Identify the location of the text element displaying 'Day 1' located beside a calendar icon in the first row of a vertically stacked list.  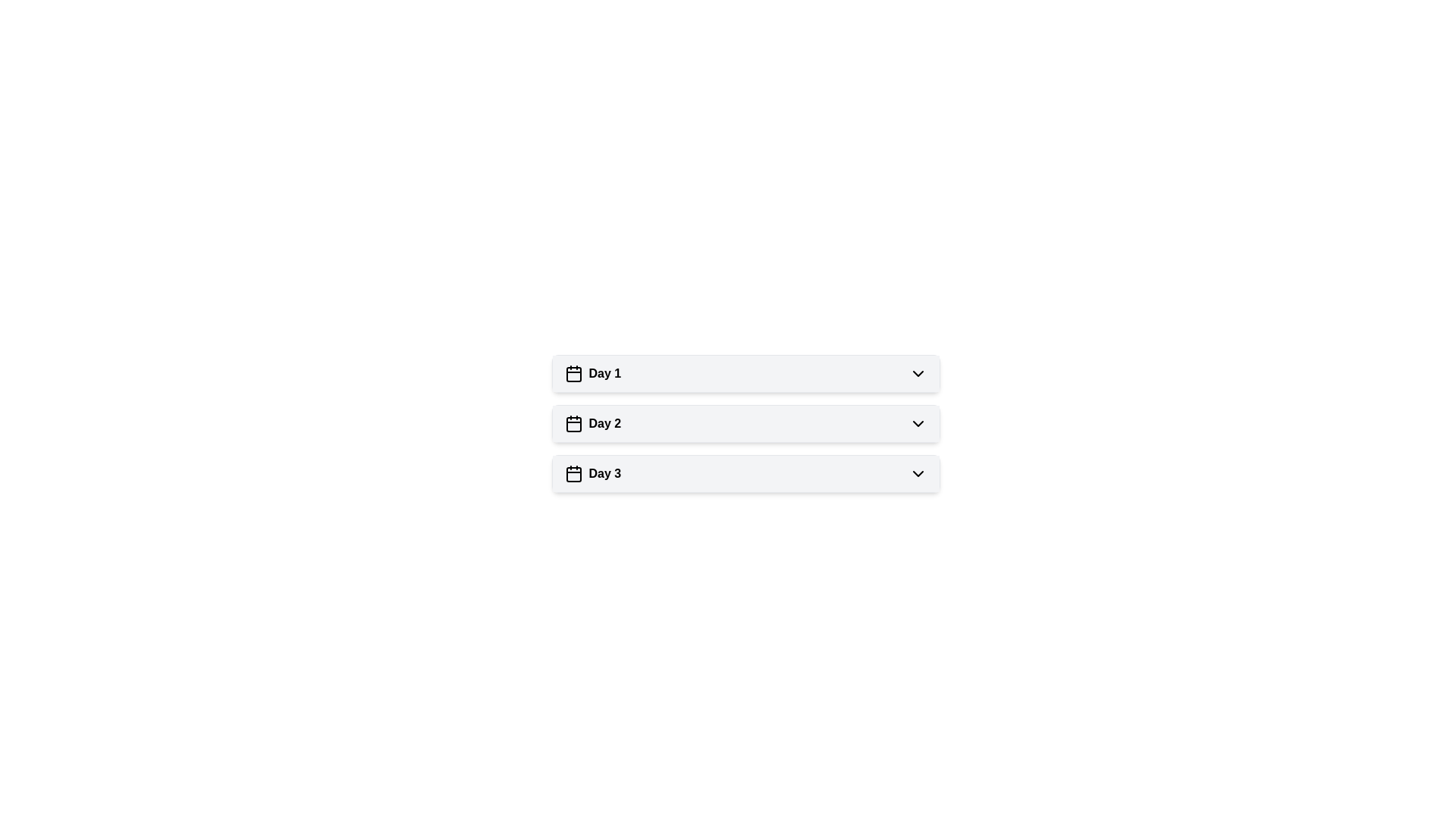
(604, 374).